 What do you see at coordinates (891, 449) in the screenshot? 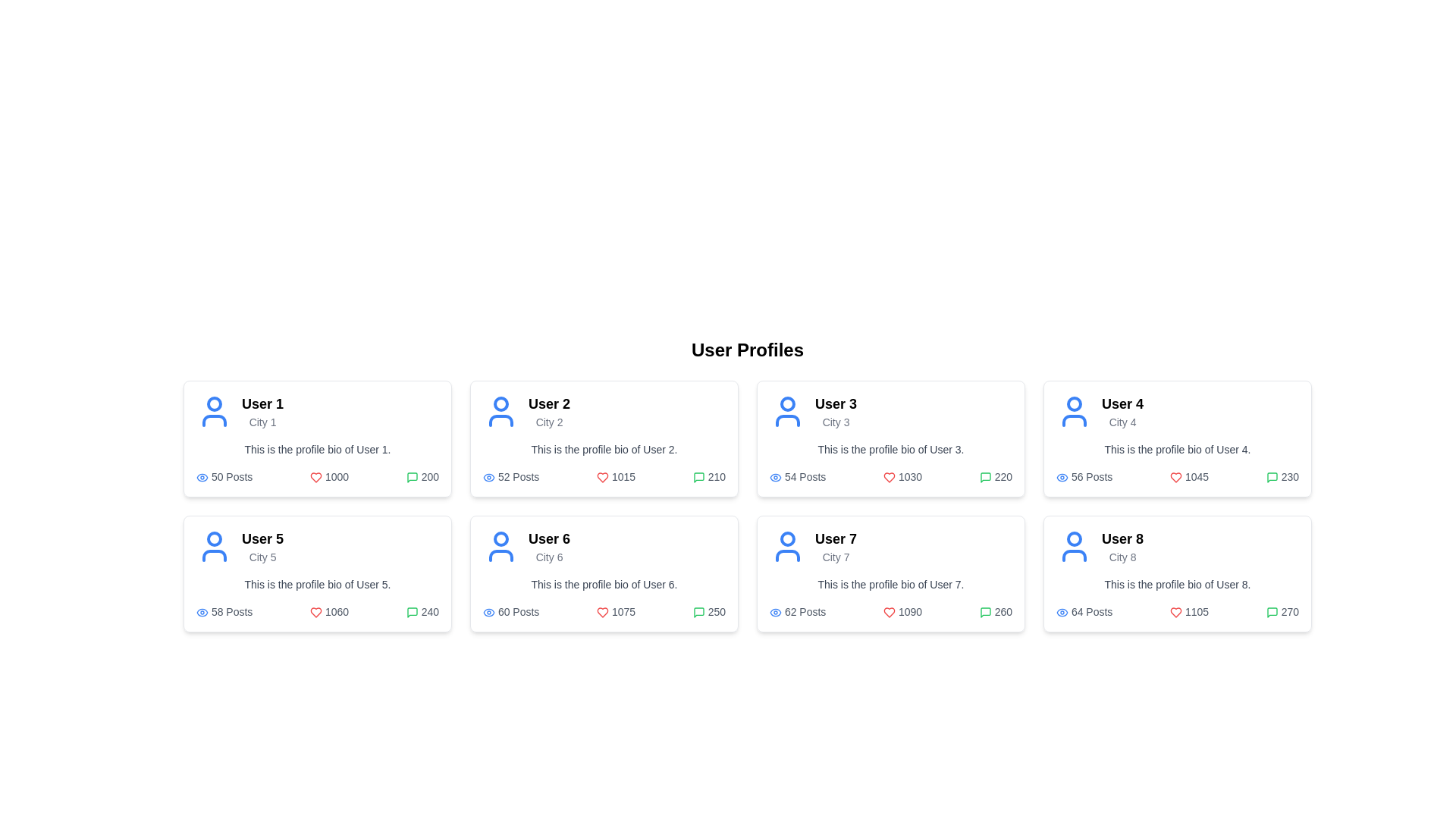
I see `text displayed in the text block labeled 'This is the profile bio of User 3.' which is positioned beneath the heading 'User 3' and above the metrics row in the third card of the profile grid` at bounding box center [891, 449].